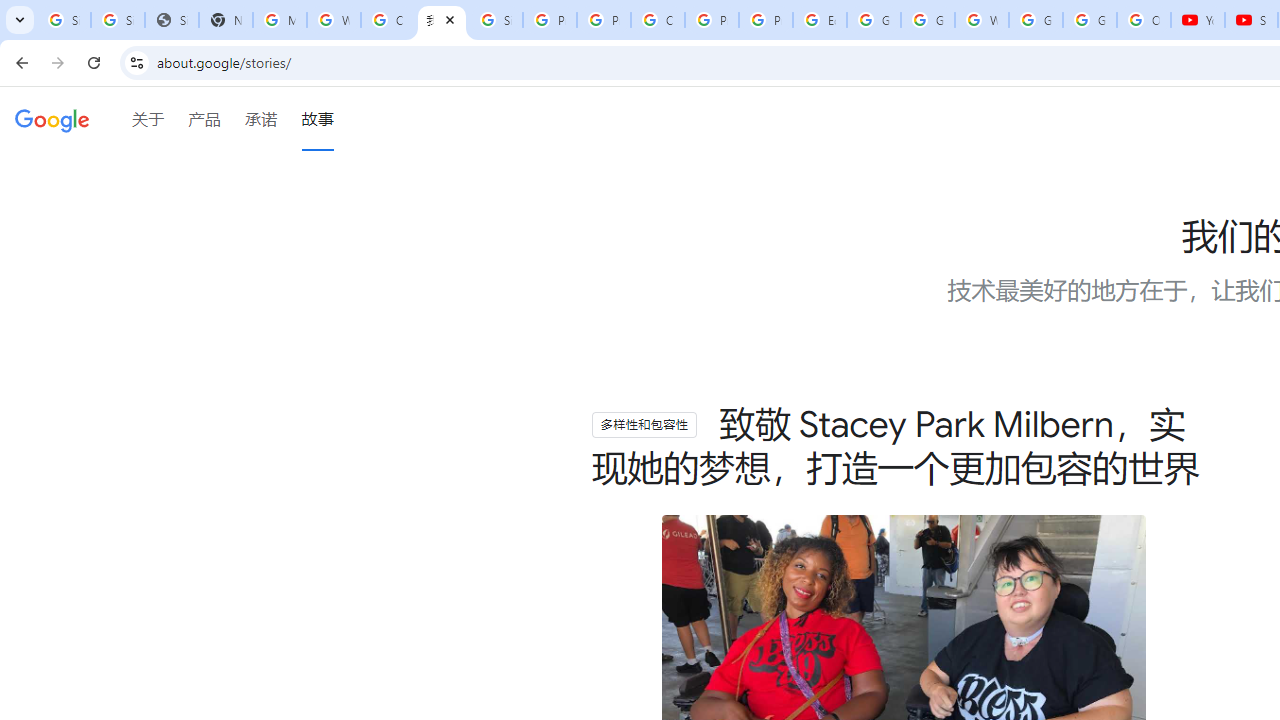 This screenshot has height=720, width=1280. Describe the element at coordinates (171, 20) in the screenshot. I see `'Sign In - USA TODAY'` at that location.